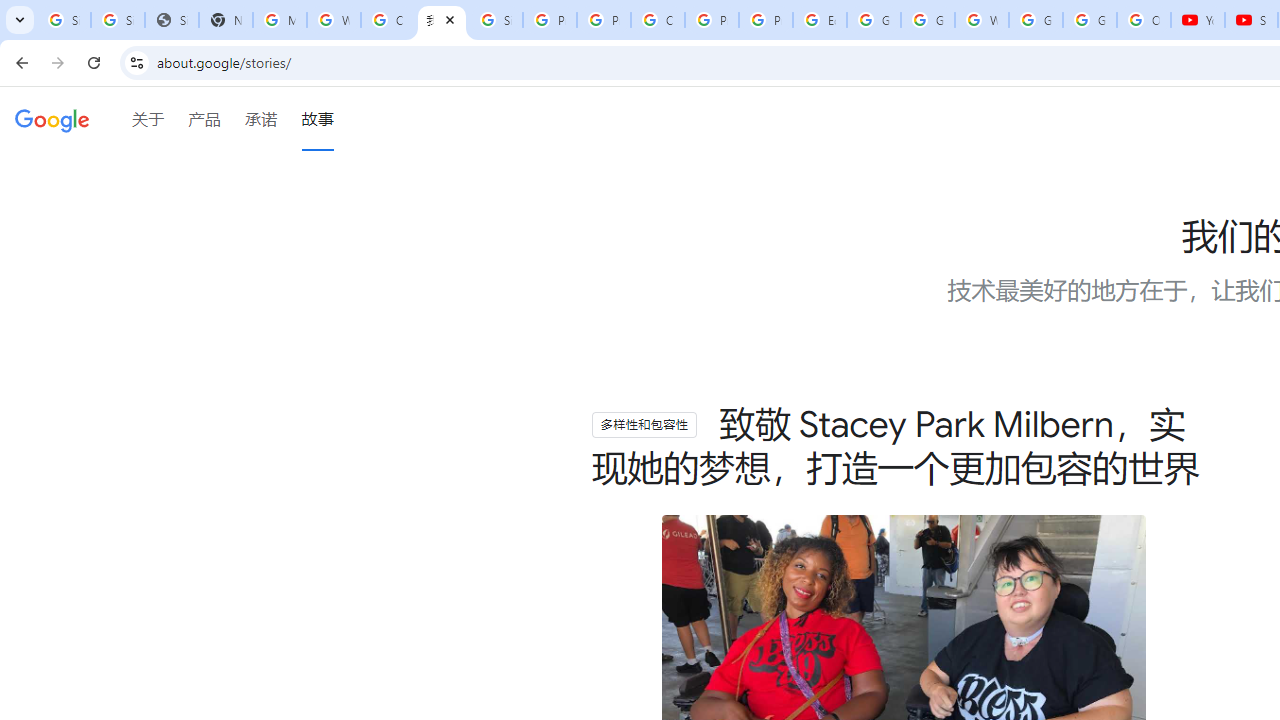 This screenshot has height=720, width=1280. Describe the element at coordinates (171, 20) in the screenshot. I see `'Sign In - USA TODAY'` at that location.